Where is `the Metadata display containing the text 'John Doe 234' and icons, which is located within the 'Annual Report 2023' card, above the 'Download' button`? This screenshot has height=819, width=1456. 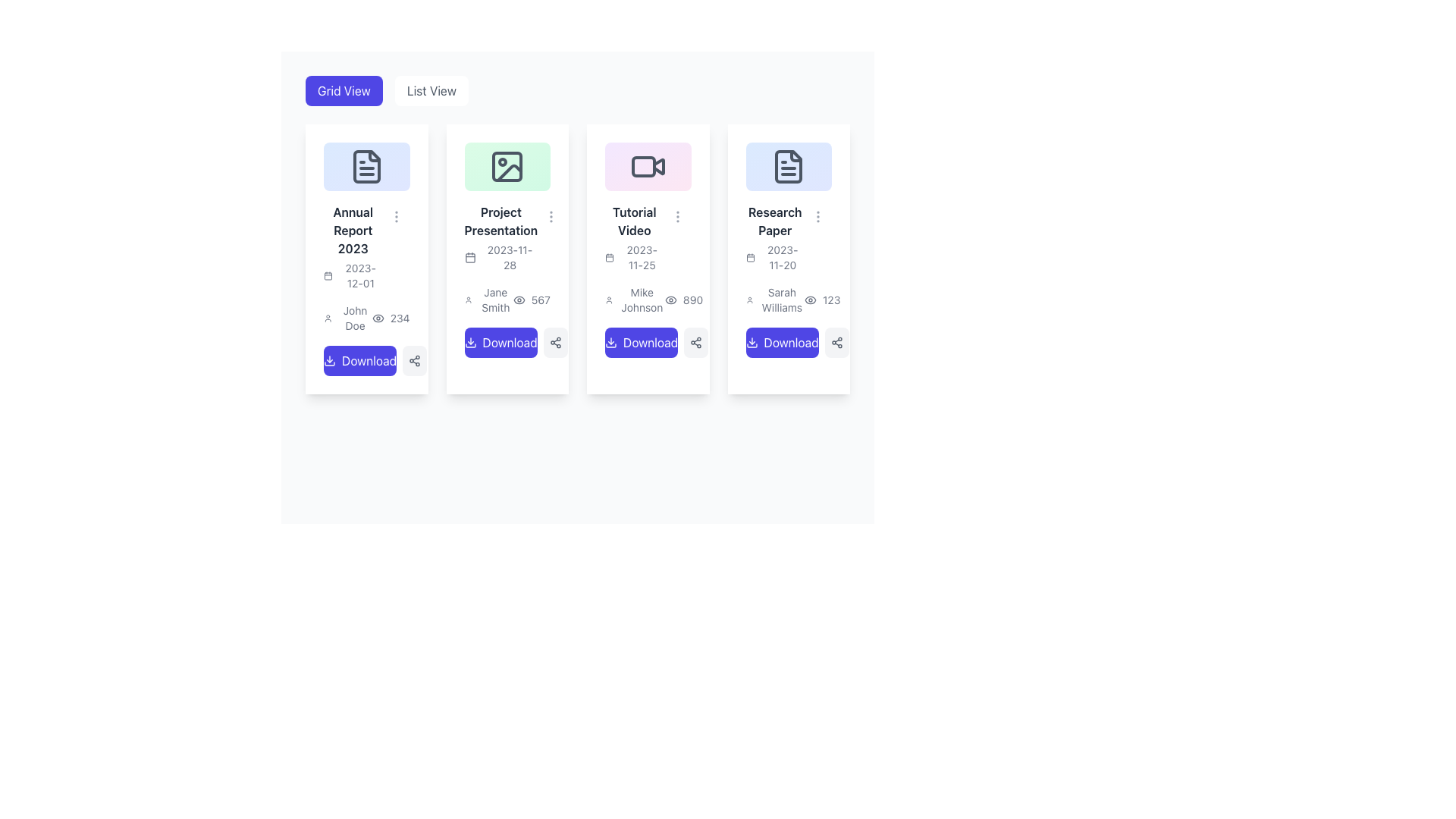
the Metadata display containing the text 'John Doe 234' and icons, which is located within the 'Annual Report 2023' card, above the 'Download' button is located at coordinates (366, 317).